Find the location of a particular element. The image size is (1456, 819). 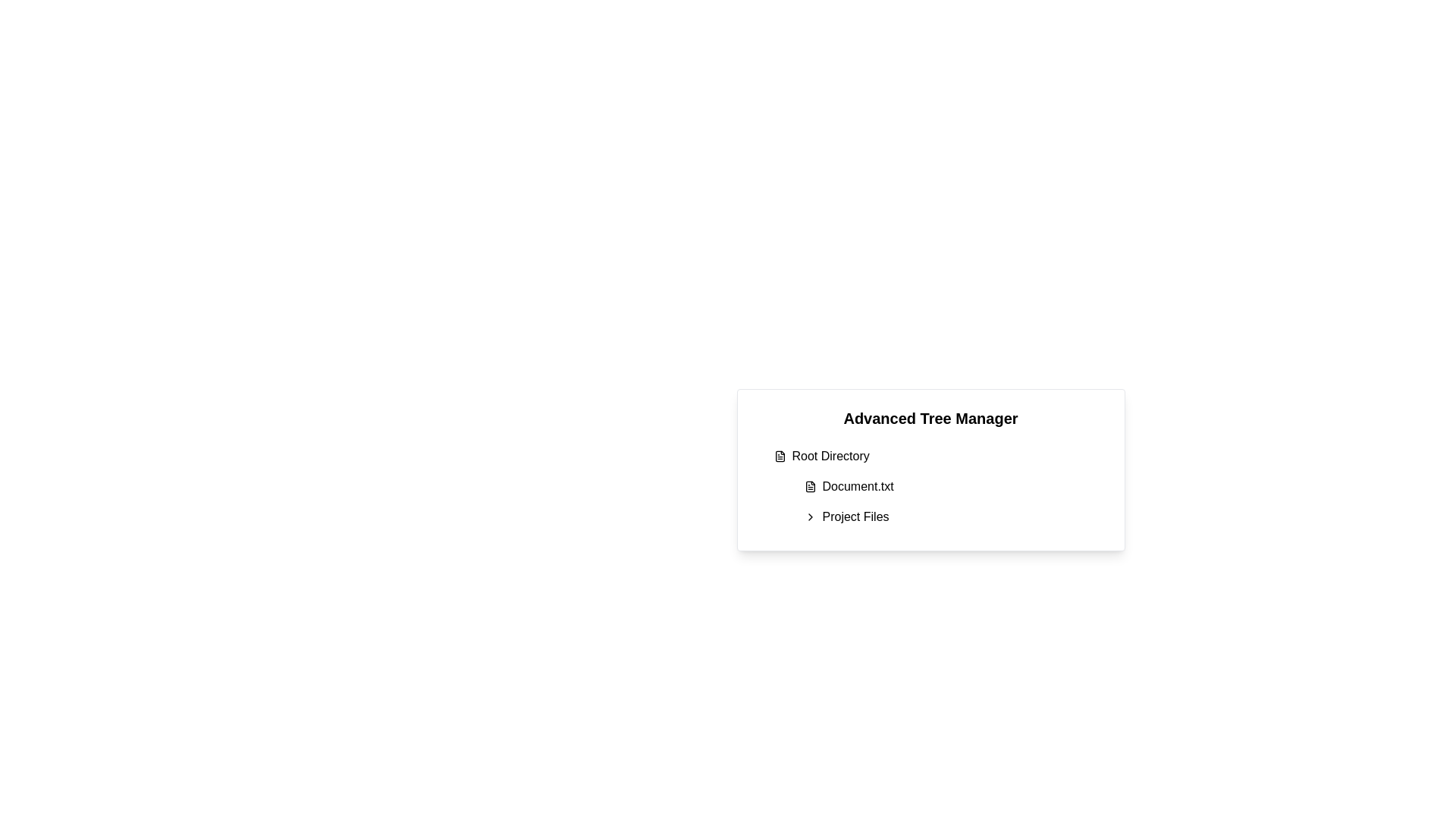

the 'Project Files' text label within the tree structure to trigger the tooltip or highlight effect is located at coordinates (855, 516).